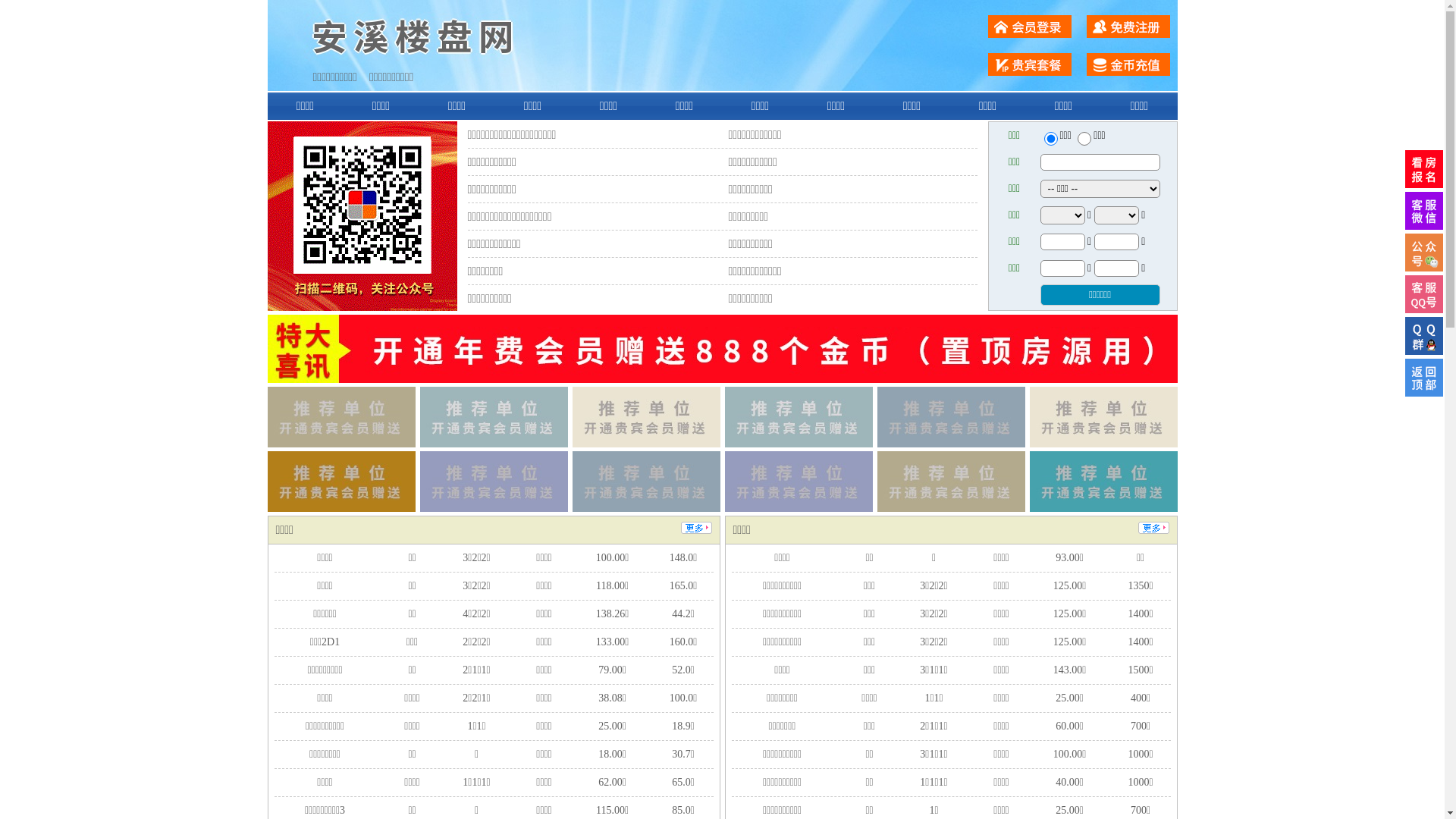 Image resolution: width=1456 pixels, height=819 pixels. I want to click on 'ershou', so click(1050, 138).